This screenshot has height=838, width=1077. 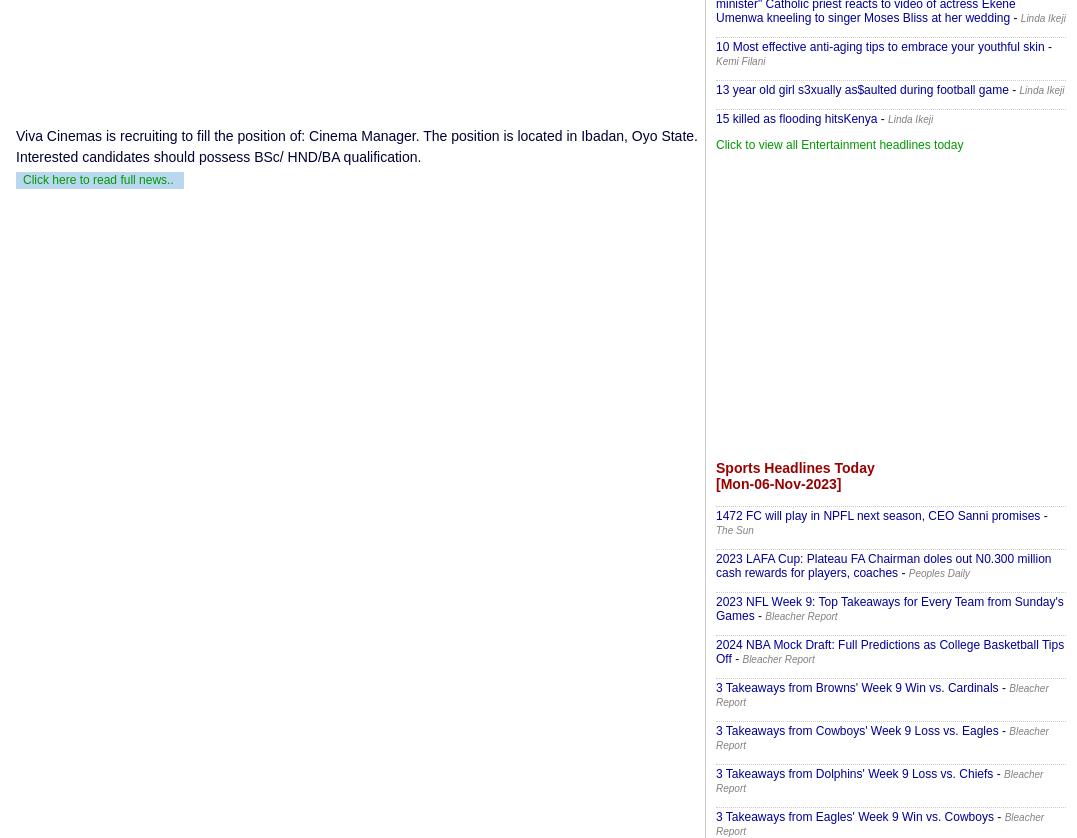 I want to click on 'Sports Headlines Today', so click(x=795, y=468).